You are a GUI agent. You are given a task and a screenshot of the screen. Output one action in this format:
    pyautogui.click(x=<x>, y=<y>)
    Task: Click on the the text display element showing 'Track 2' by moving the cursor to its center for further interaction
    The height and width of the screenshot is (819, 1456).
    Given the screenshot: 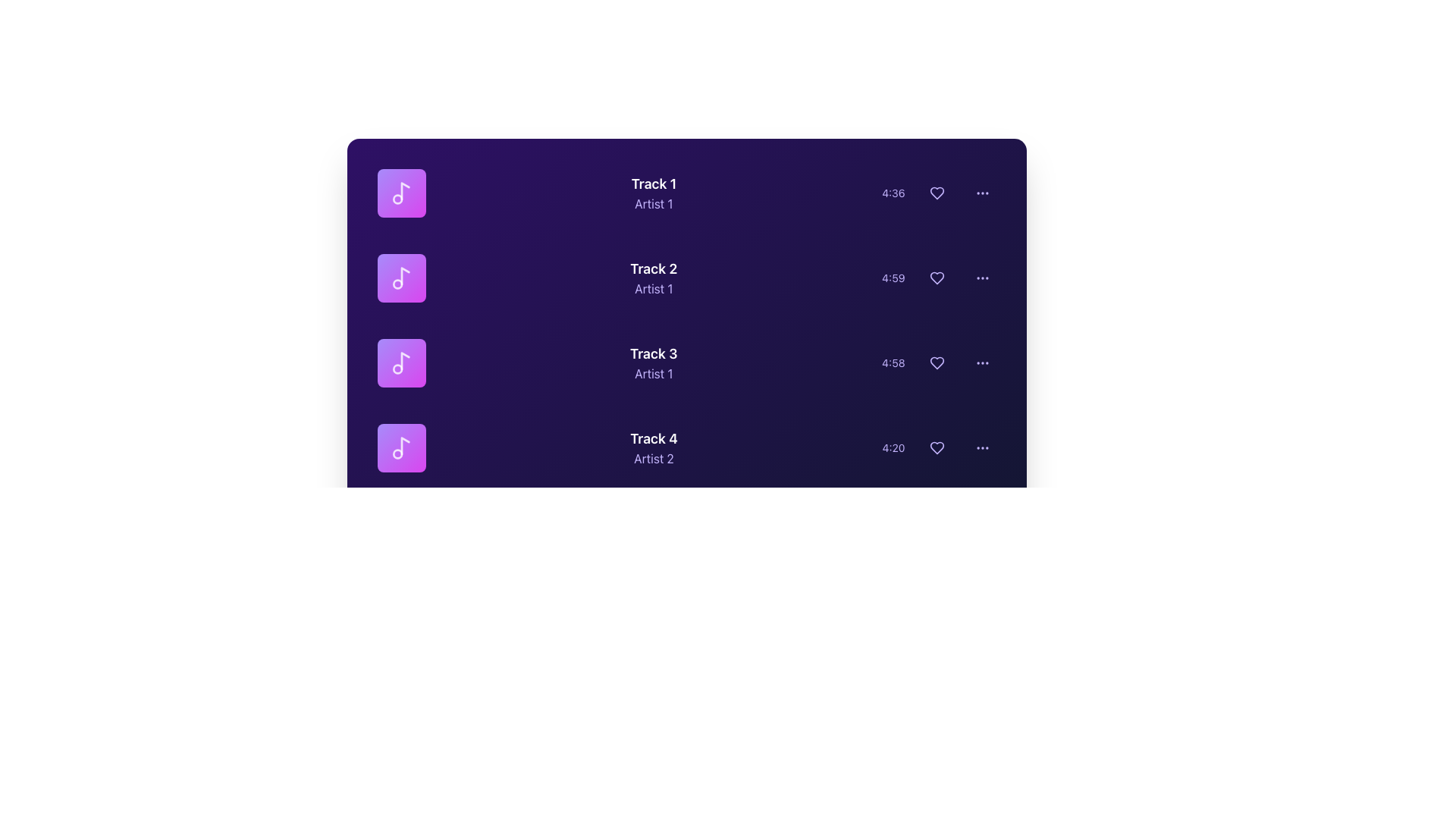 What is the action you would take?
    pyautogui.click(x=654, y=278)
    